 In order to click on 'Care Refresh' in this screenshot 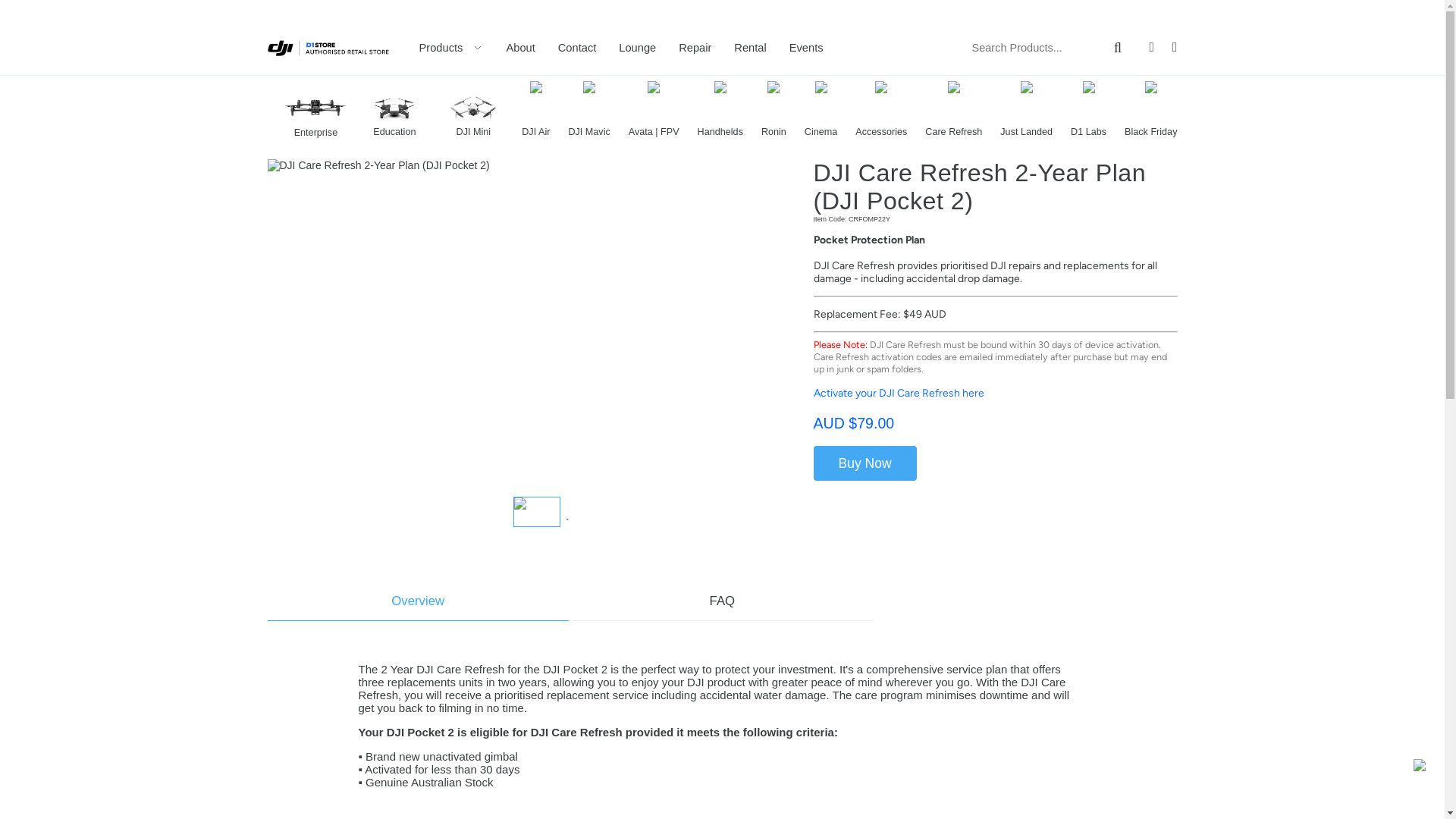, I will do `click(952, 108)`.